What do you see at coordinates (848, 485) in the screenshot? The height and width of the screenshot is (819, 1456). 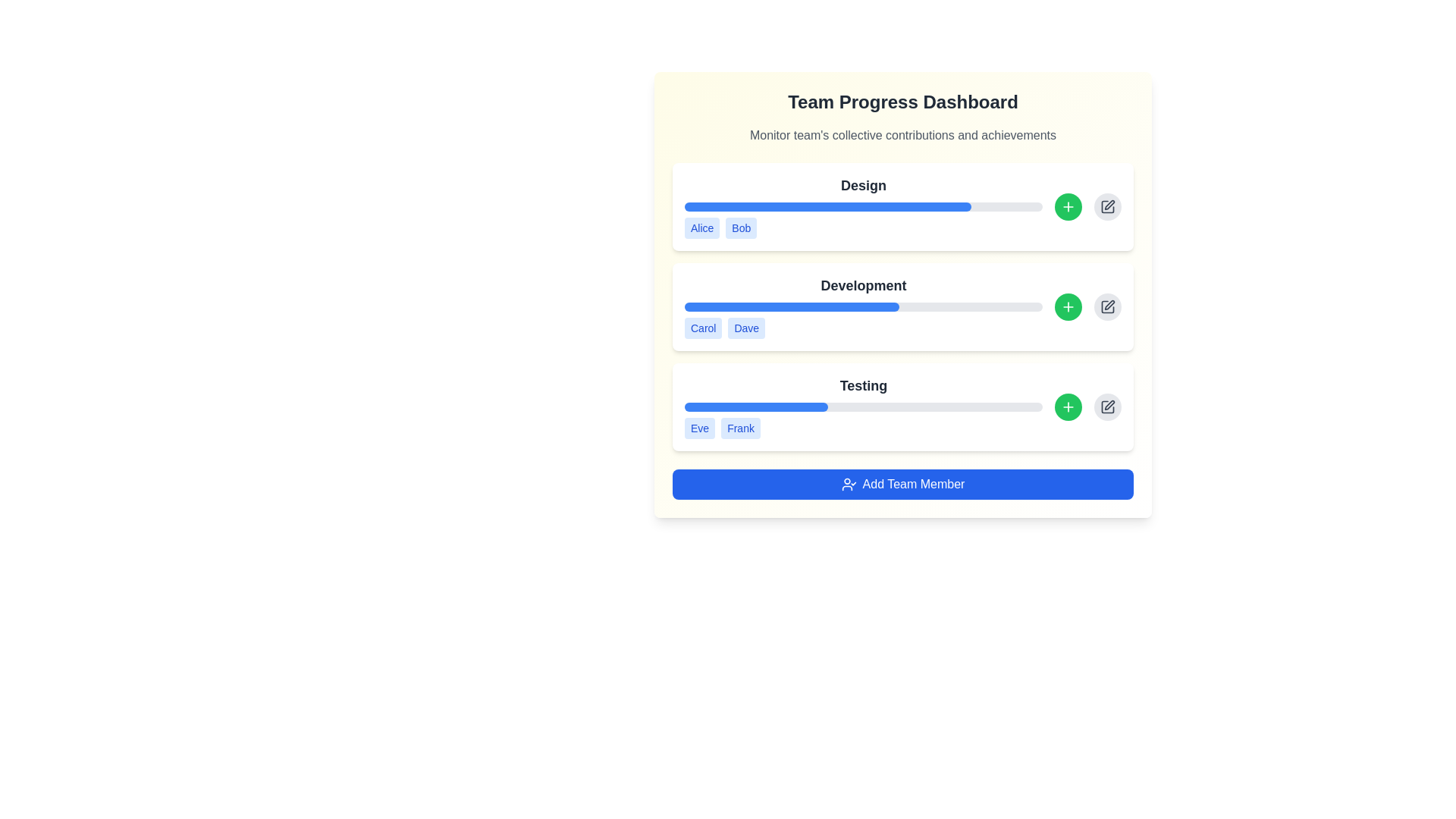 I see `the user icon with a checkmark located within the 'Add Team Member' button at the bottom center of the interface` at bounding box center [848, 485].